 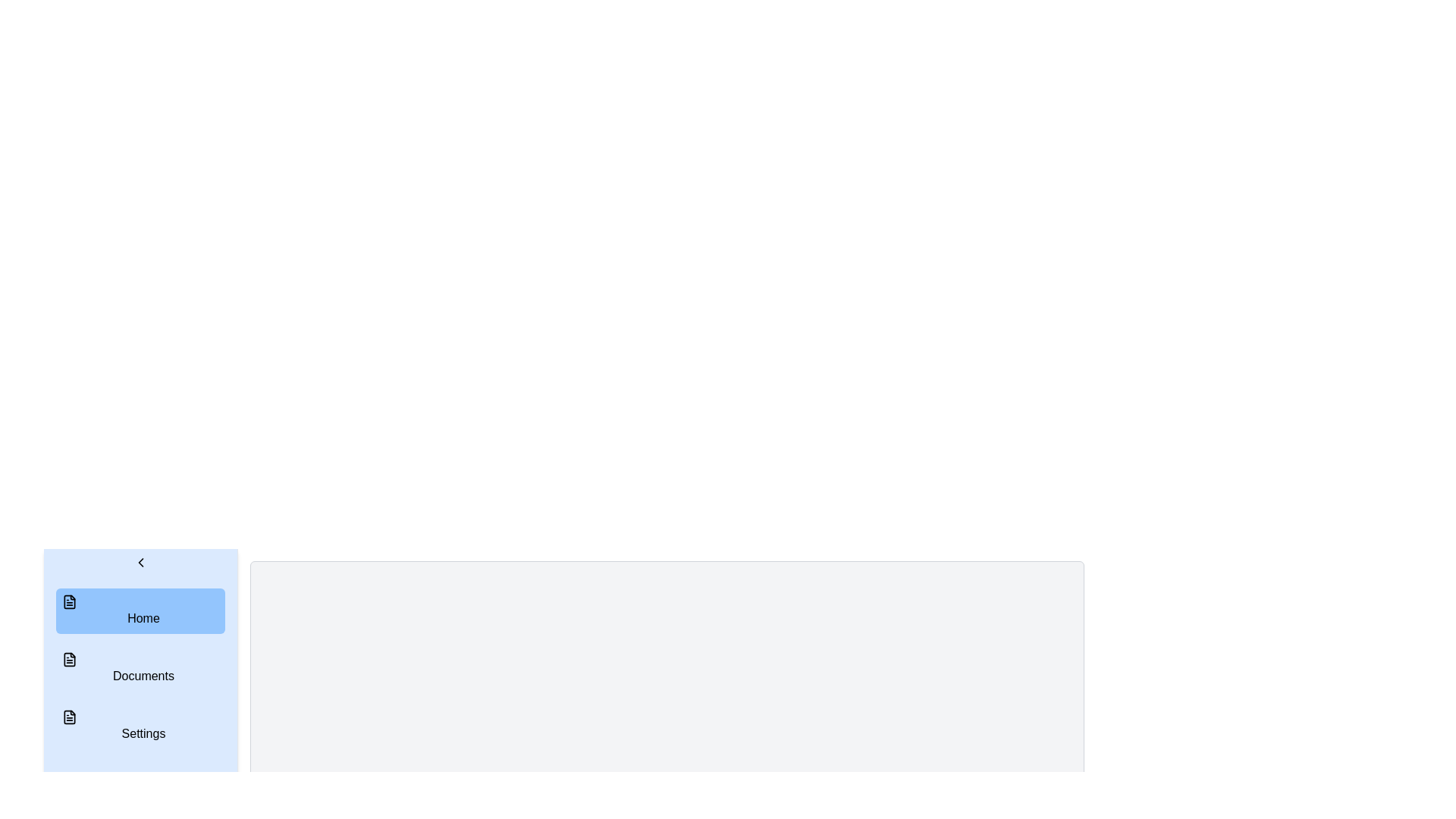 What do you see at coordinates (68, 659) in the screenshot?
I see `the 'Documents' SVG icon in the navigation menu, which is the second entry in the vertical list between 'Home' and 'Settings'` at bounding box center [68, 659].